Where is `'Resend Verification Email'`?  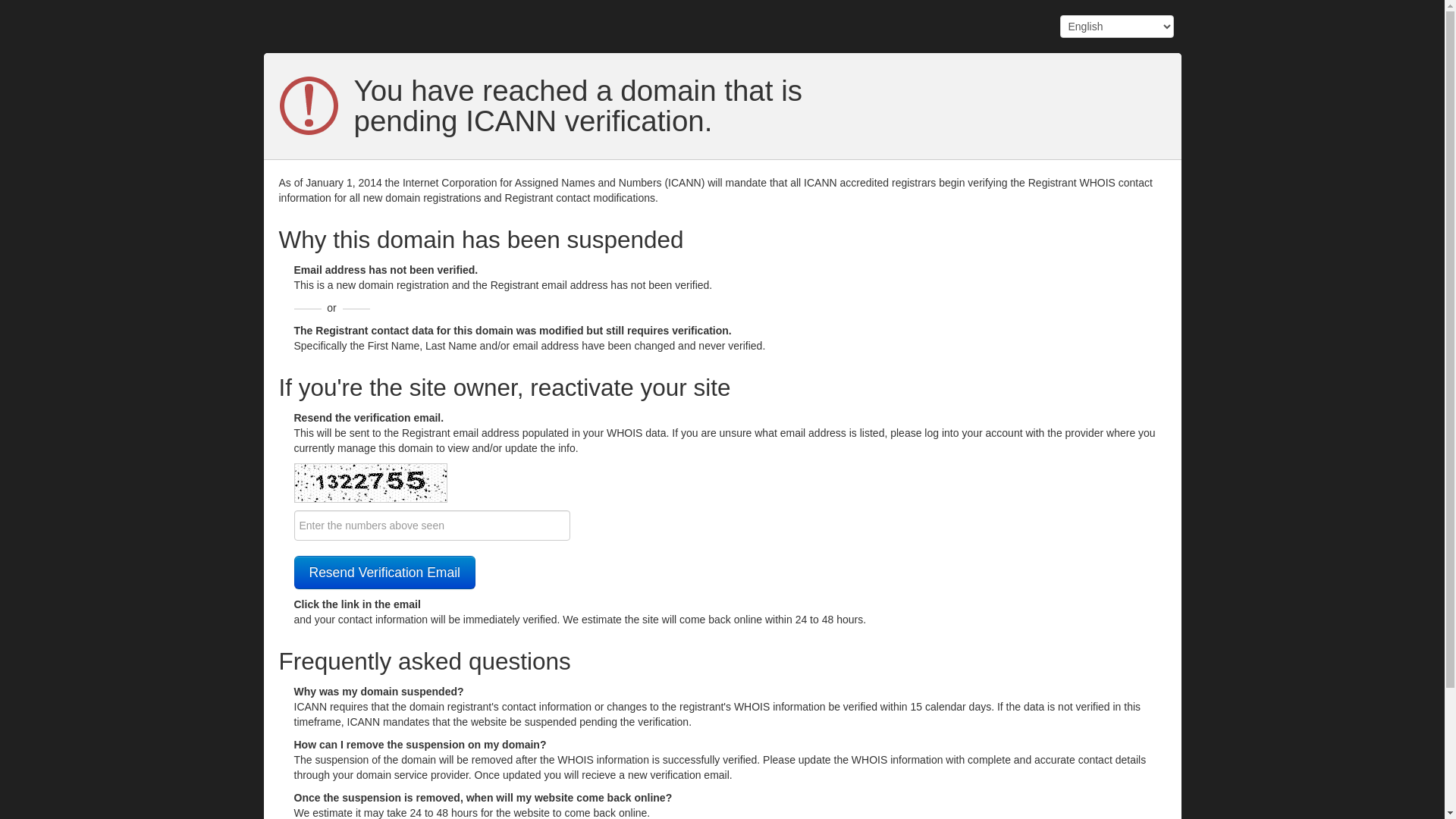 'Resend Verification Email' is located at coordinates (384, 573).